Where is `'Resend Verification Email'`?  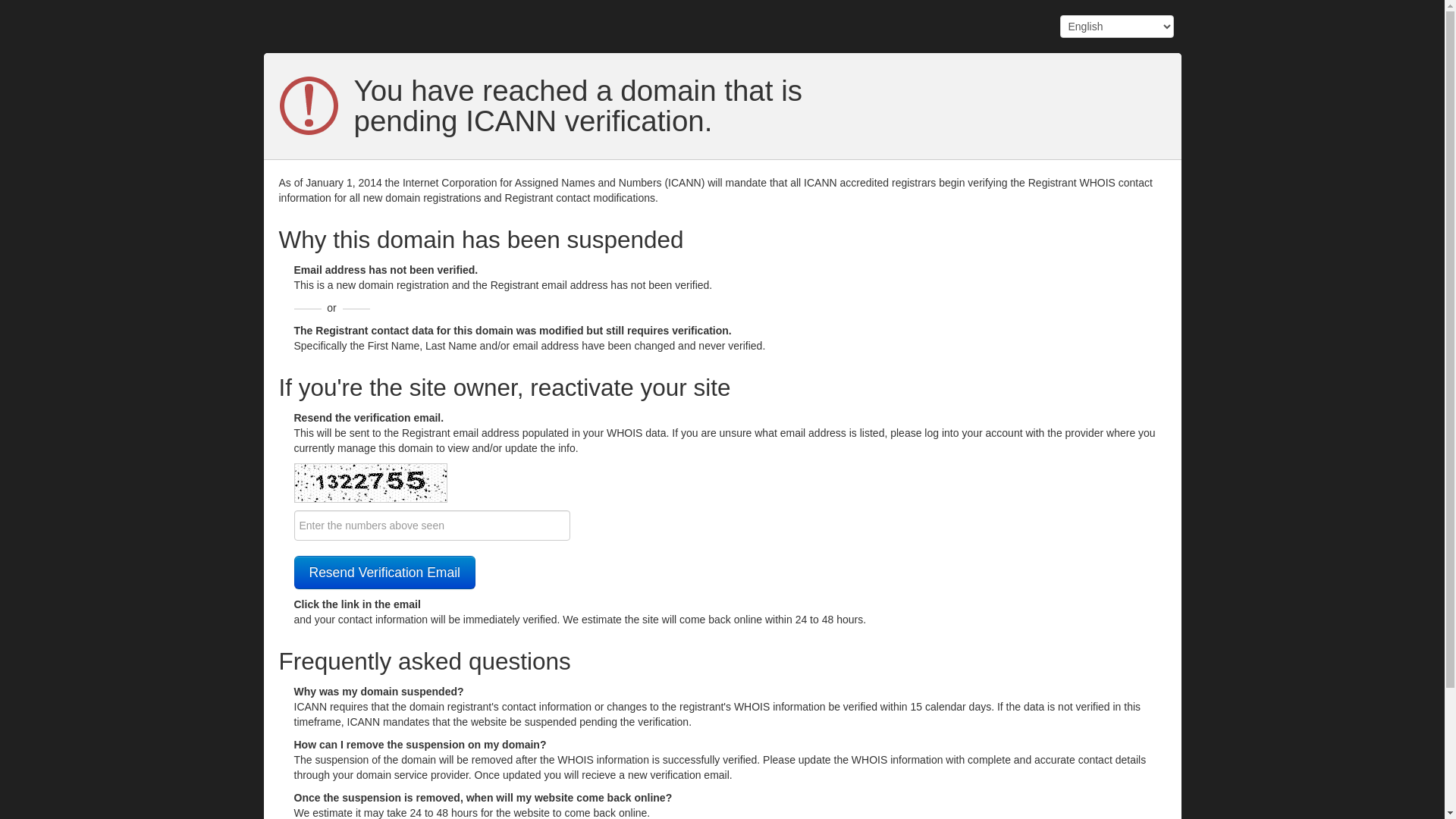 'Resend Verification Email' is located at coordinates (384, 573).